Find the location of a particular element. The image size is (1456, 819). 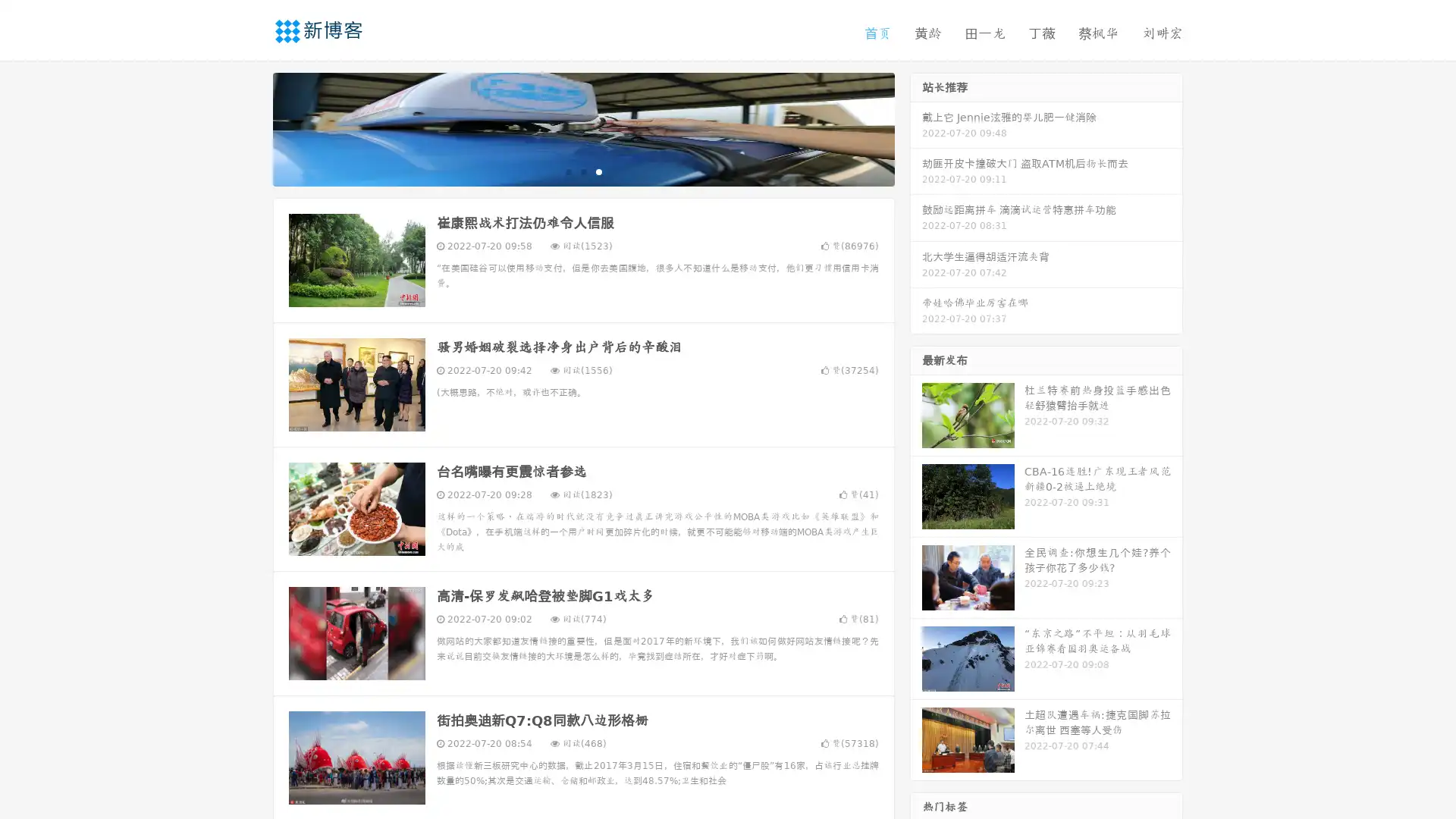

Go to slide 2 is located at coordinates (582, 171).